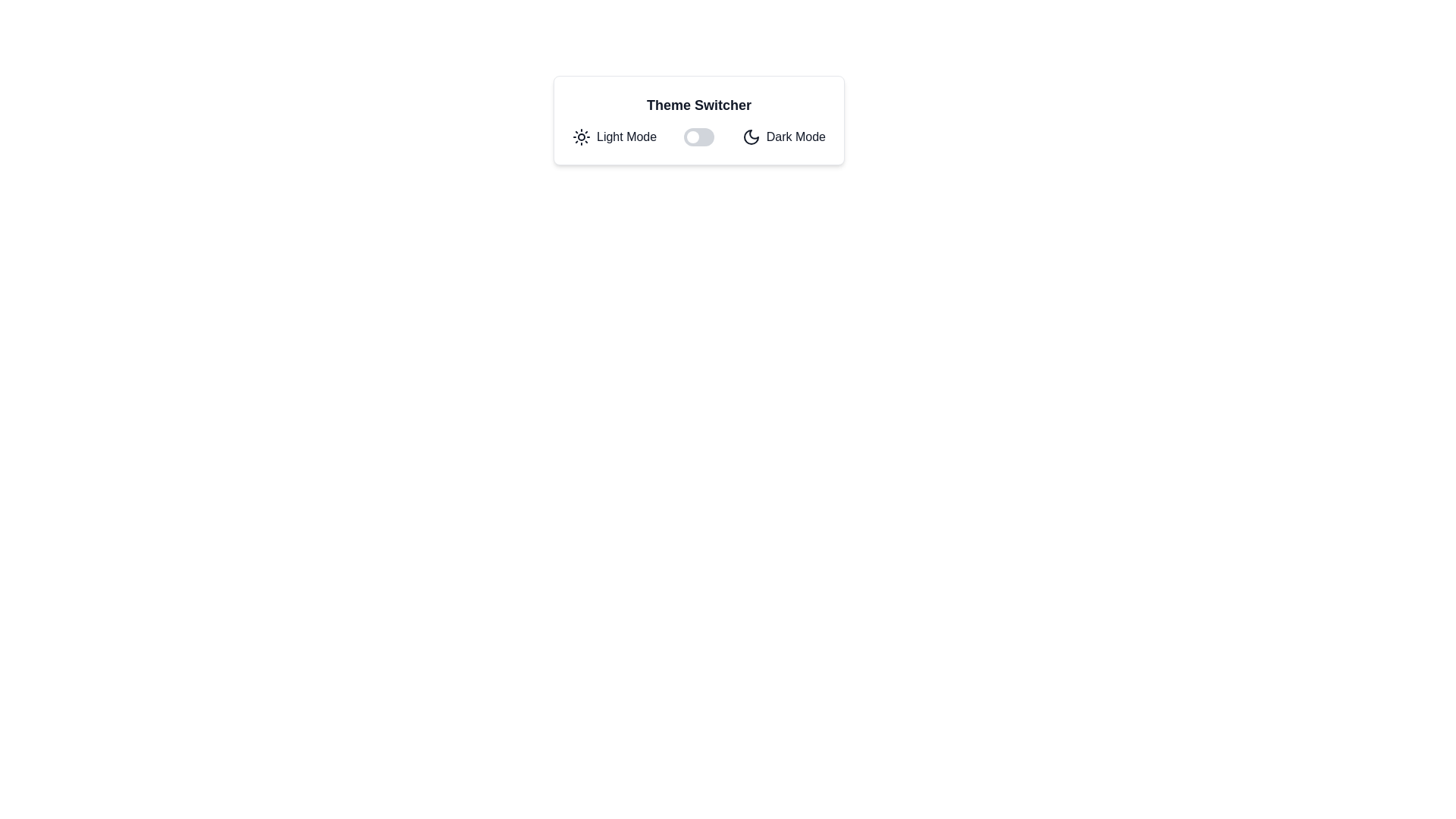  I want to click on the sun icon representing light mode, which is positioned next to the 'Light Mode' text in the 'Theme Switcher' section, so click(581, 137).